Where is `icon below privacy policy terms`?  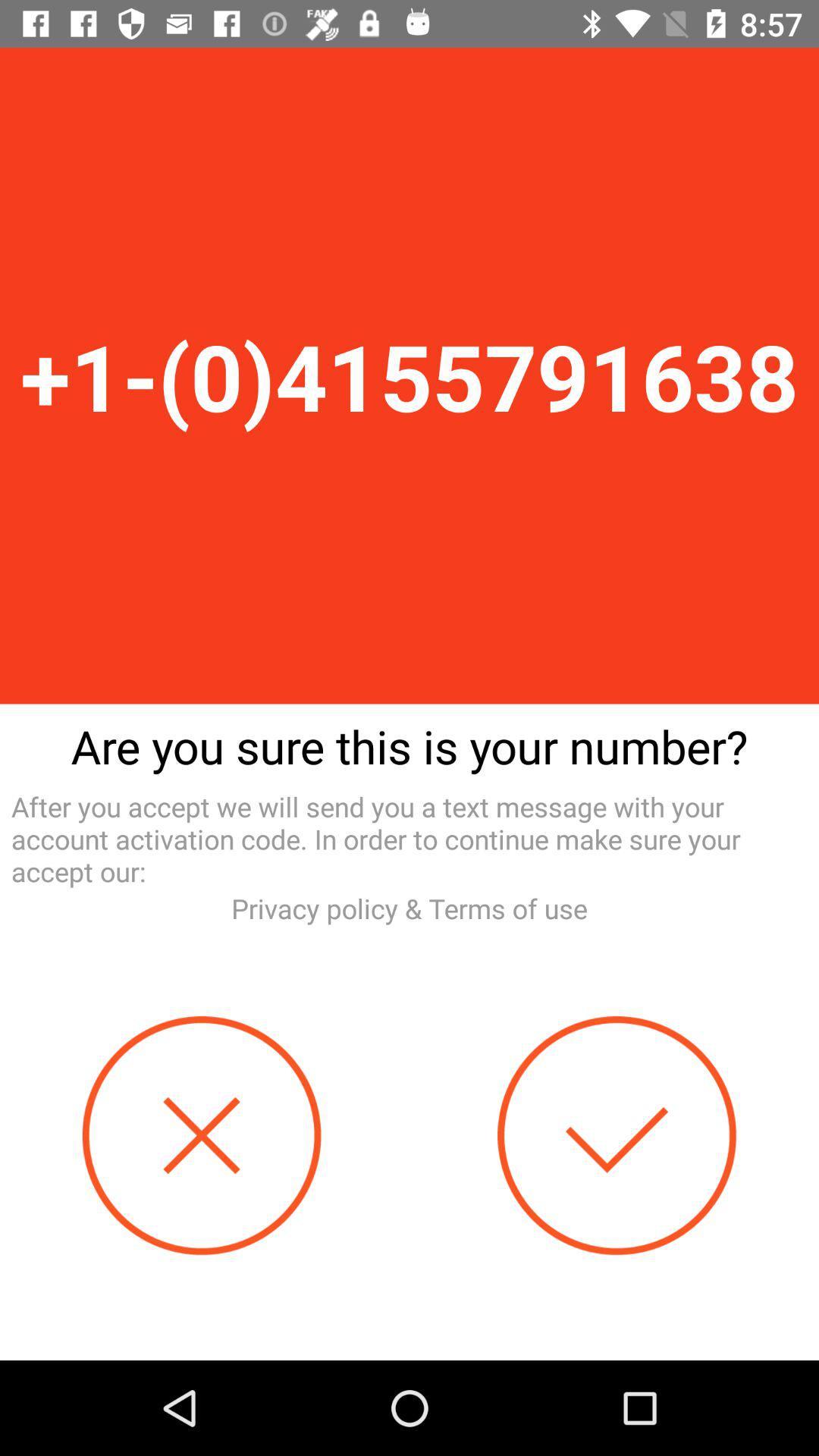
icon below privacy policy terms is located at coordinates (617, 1135).